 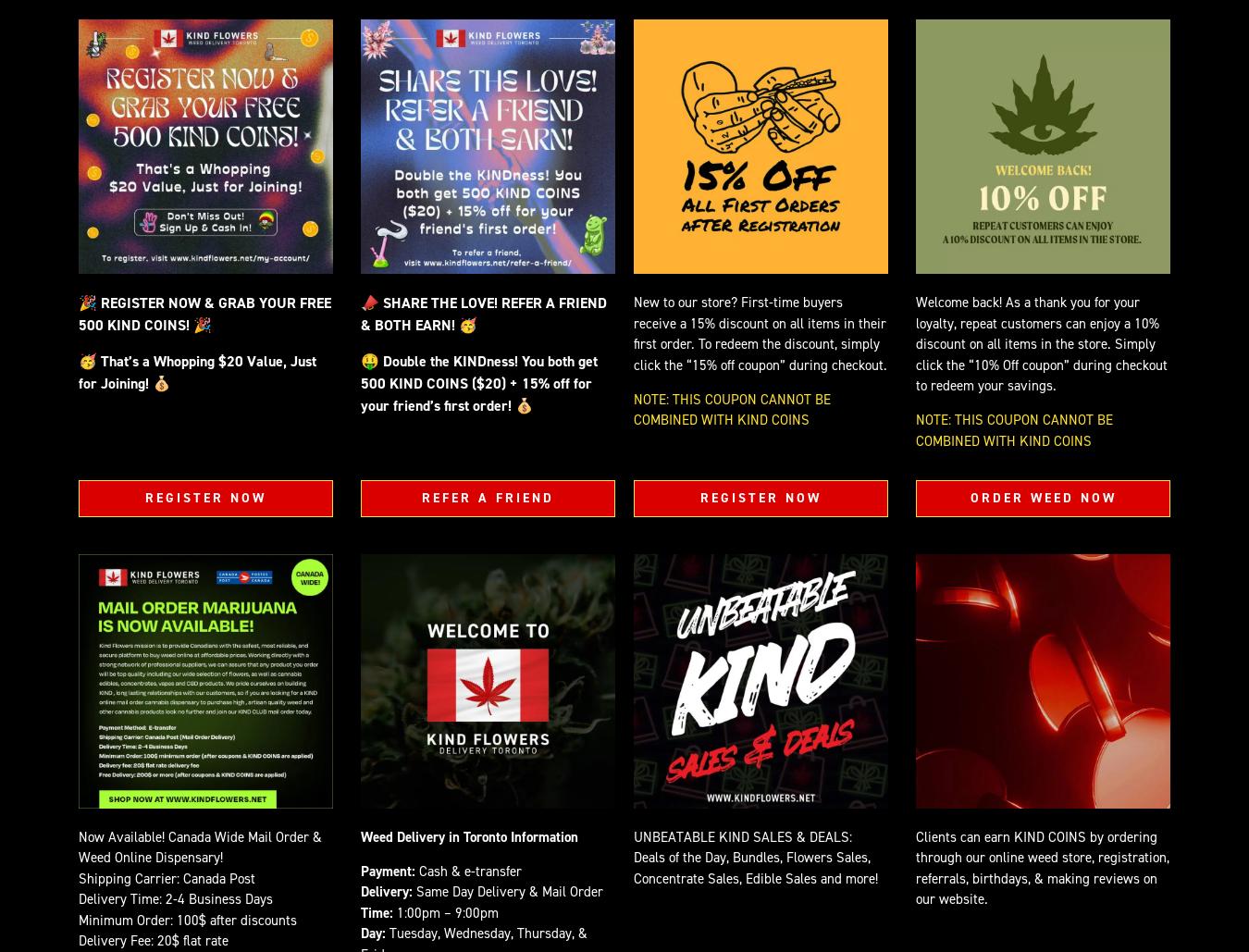 I want to click on 'UNBEATABLE KIND SALES & DEALS:', so click(x=742, y=835).